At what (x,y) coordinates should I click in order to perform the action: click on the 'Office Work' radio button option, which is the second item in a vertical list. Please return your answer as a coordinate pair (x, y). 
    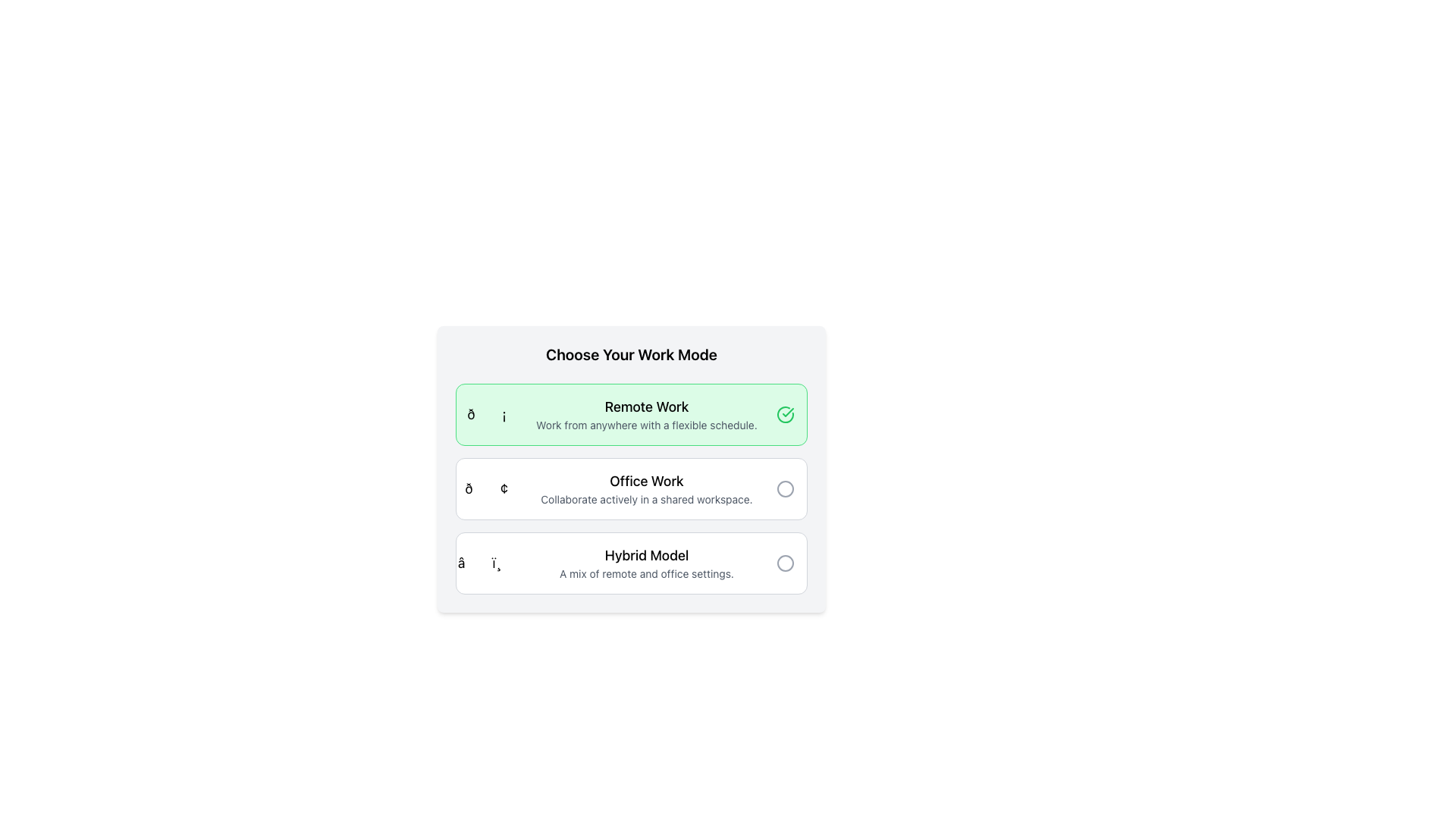
    Looking at the image, I should click on (632, 488).